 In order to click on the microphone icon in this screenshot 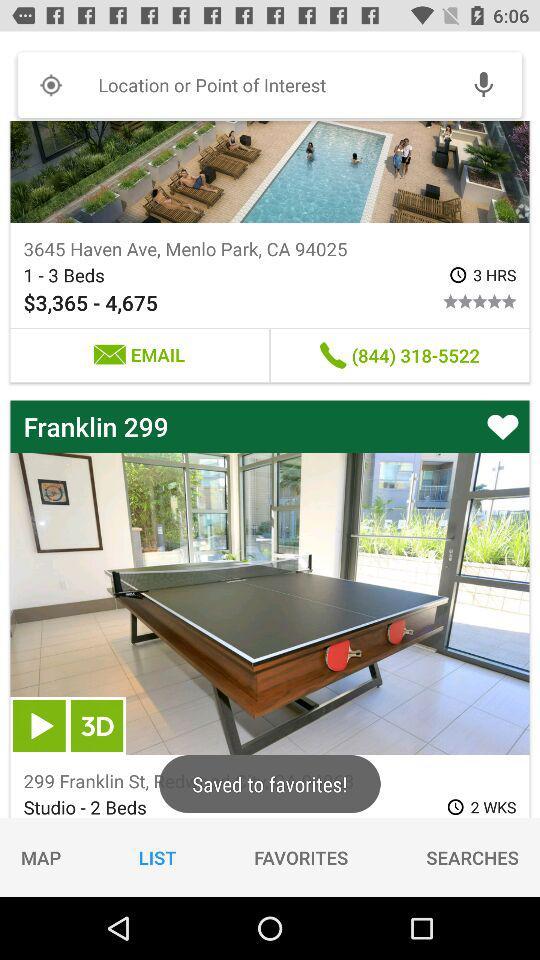, I will do `click(482, 85)`.